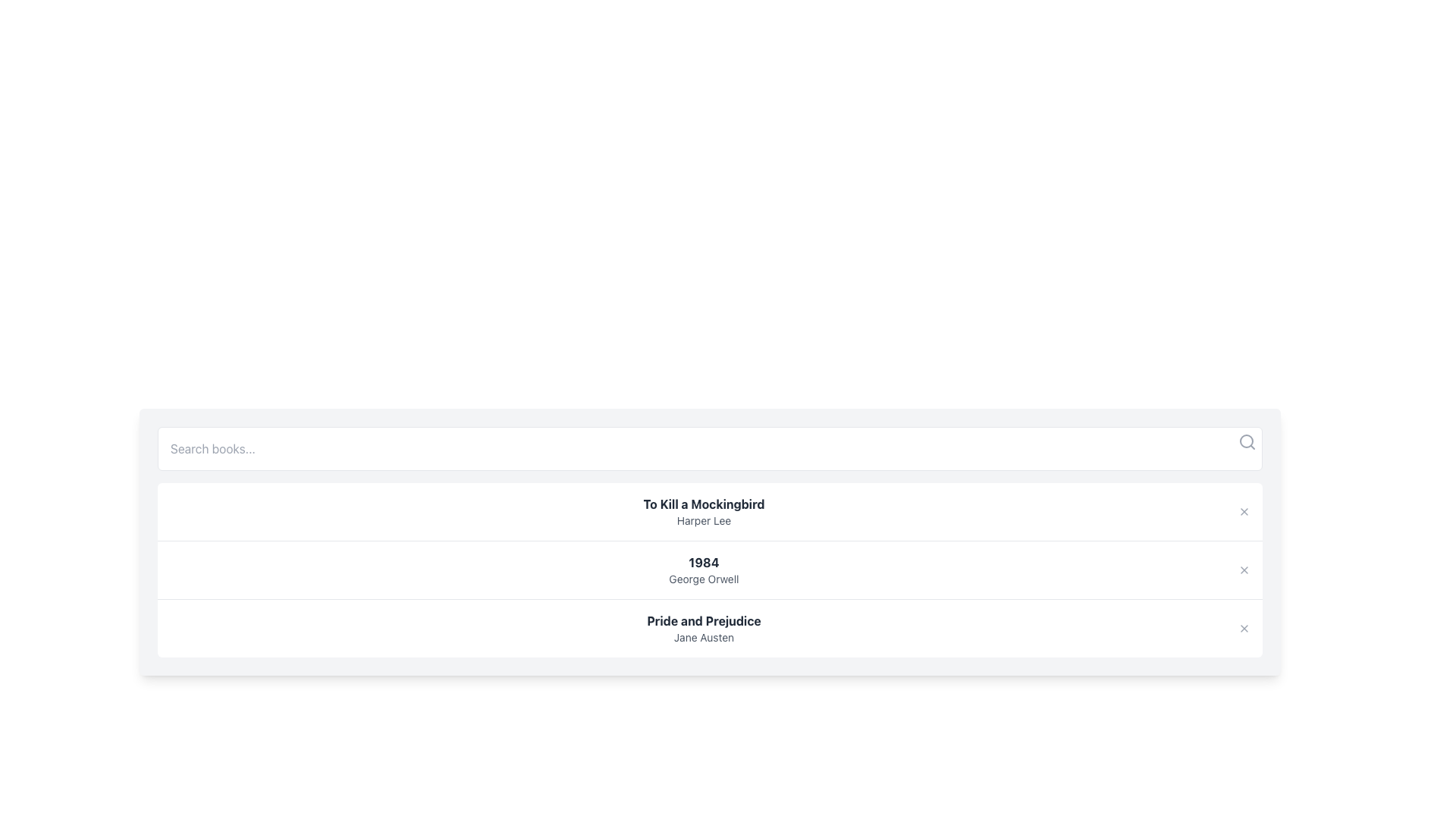 The width and height of the screenshot is (1456, 819). I want to click on the list item displaying the book title '1984' by George Orwell, so click(709, 570).